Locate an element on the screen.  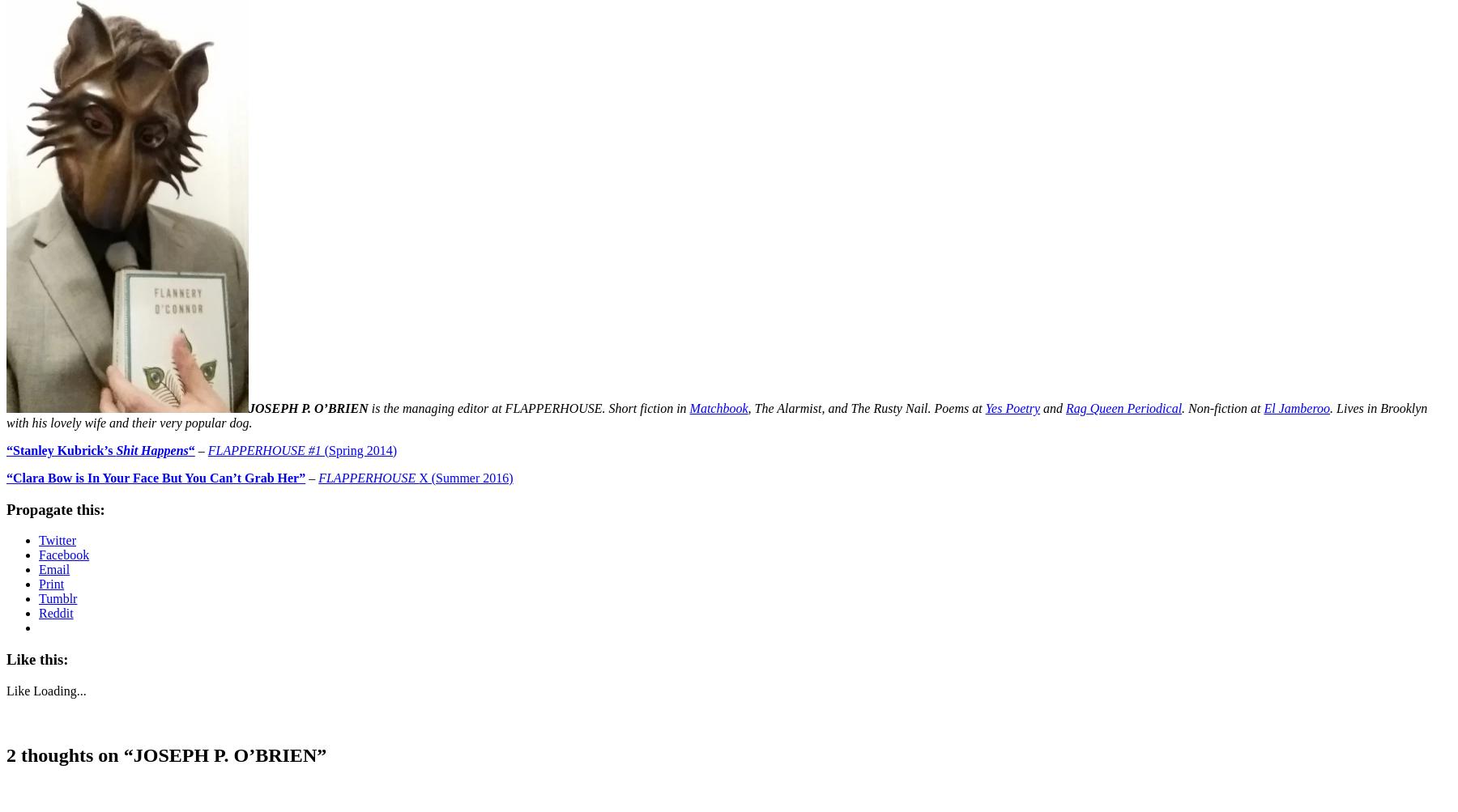
'Print' is located at coordinates (50, 583).